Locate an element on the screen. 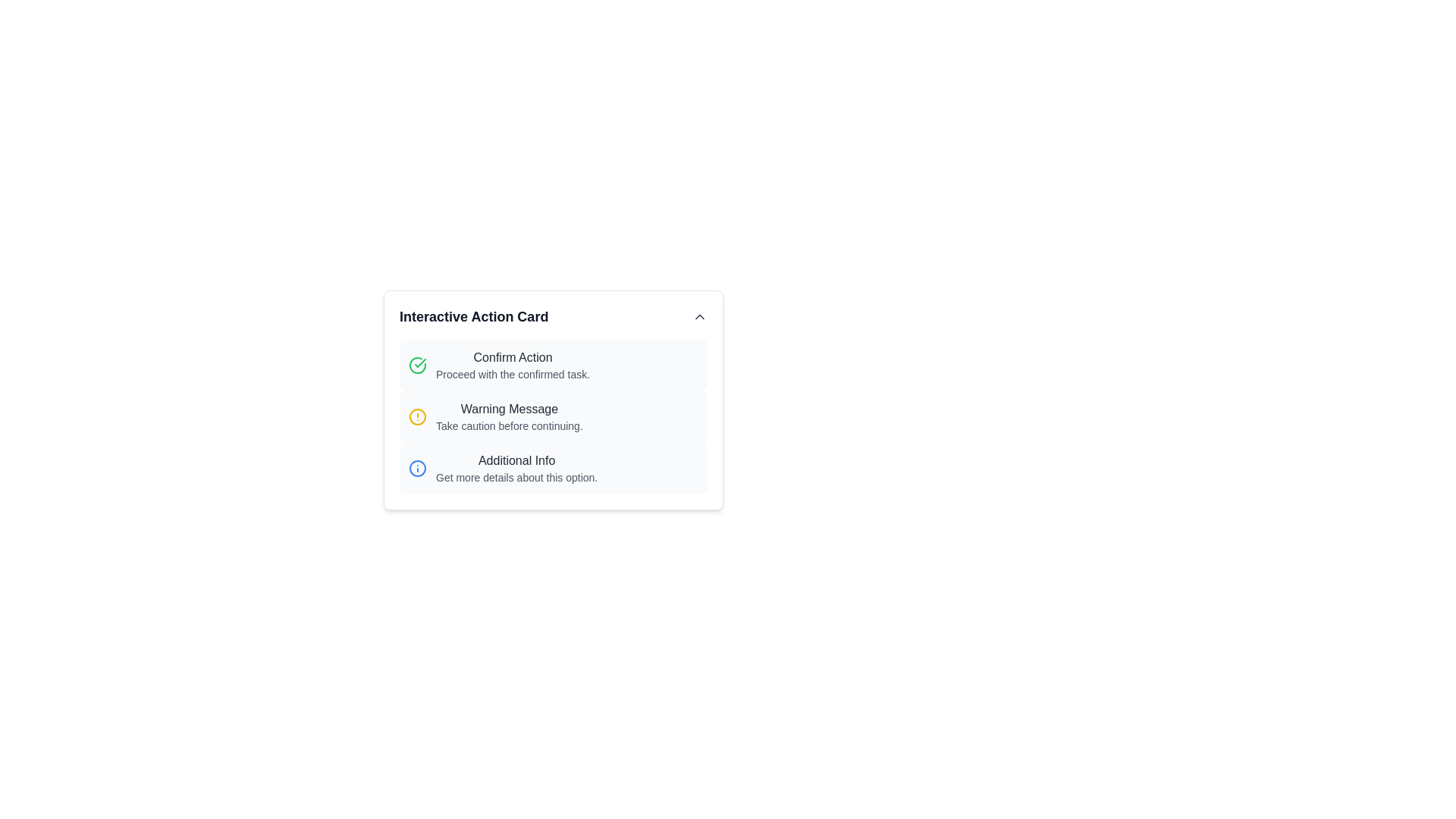 This screenshot has width=1456, height=819. the text label displaying 'Additional Info' which is positioned at the bottom of the 'Interactive Action Card' content area, above the smaller text element and aligned to the left below the 'Warning Message.' is located at coordinates (516, 460).